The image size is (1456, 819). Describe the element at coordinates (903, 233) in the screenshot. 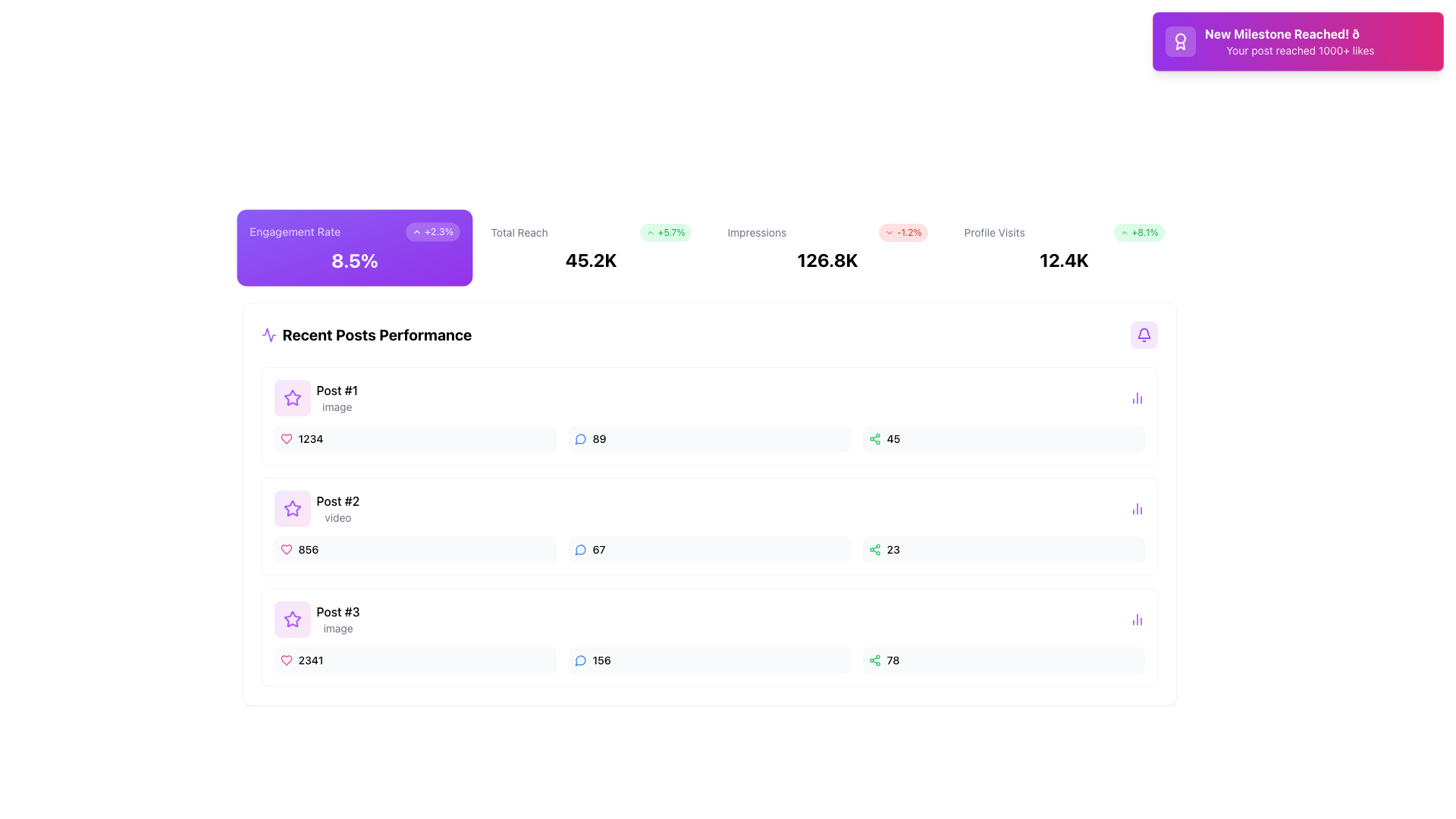

I see `the label with a red background and downward arrow icon displaying '-1.2%' that indicates a decrease, which is aligned with the 'Impressions' label` at that location.